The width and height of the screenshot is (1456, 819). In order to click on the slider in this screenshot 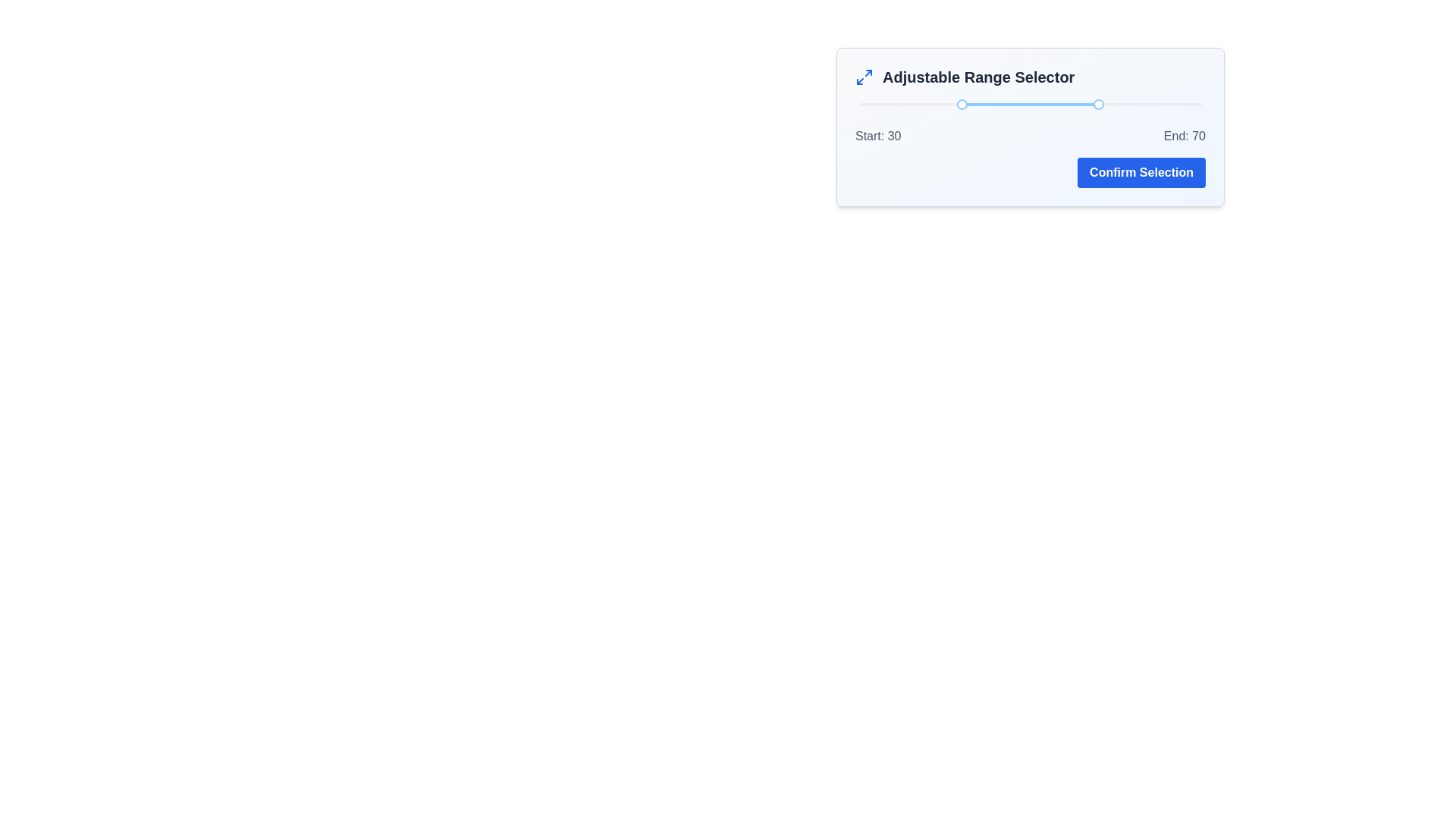, I will do `click(1113, 104)`.